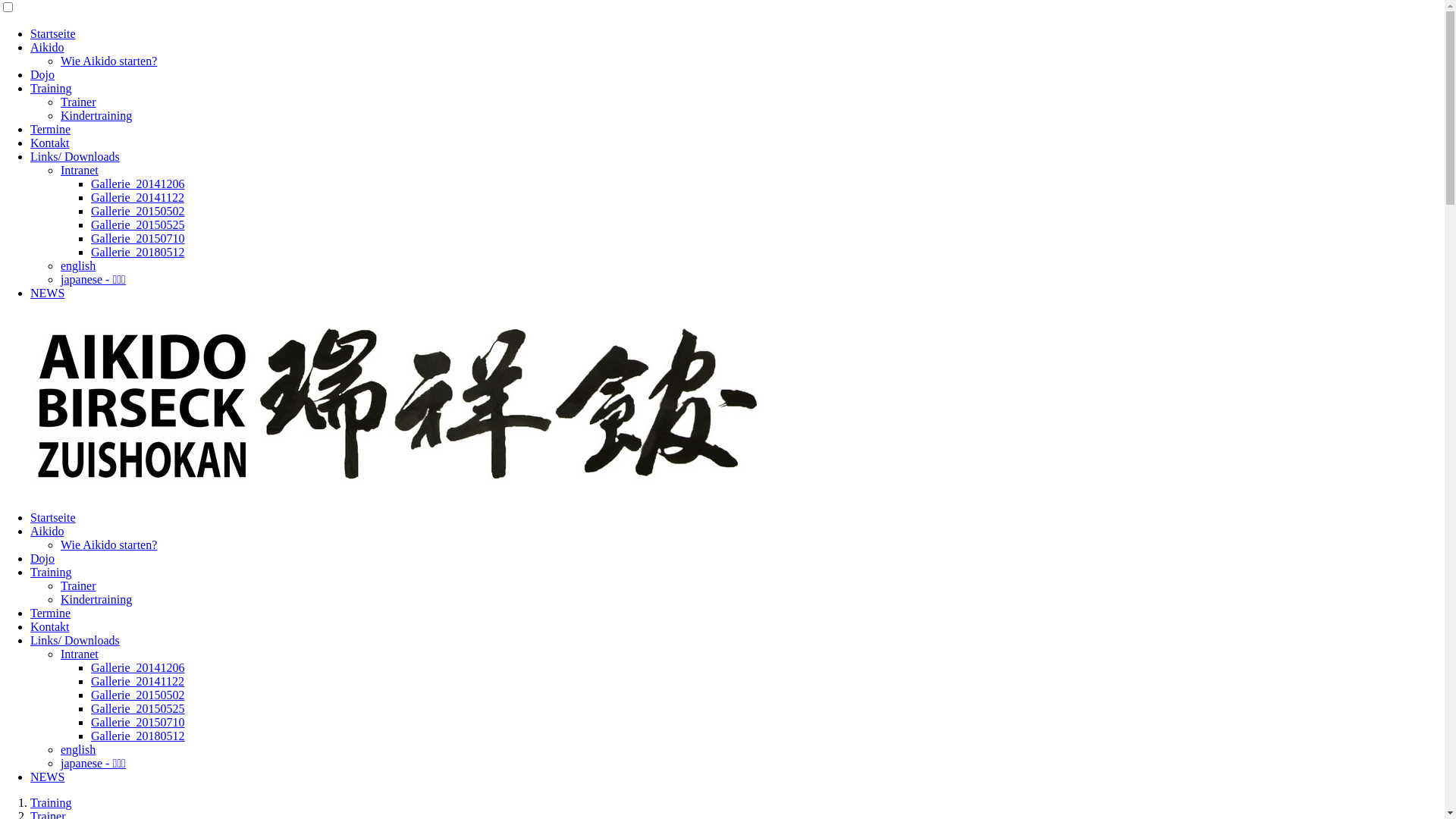  What do you see at coordinates (47, 777) in the screenshot?
I see `'NEWS'` at bounding box center [47, 777].